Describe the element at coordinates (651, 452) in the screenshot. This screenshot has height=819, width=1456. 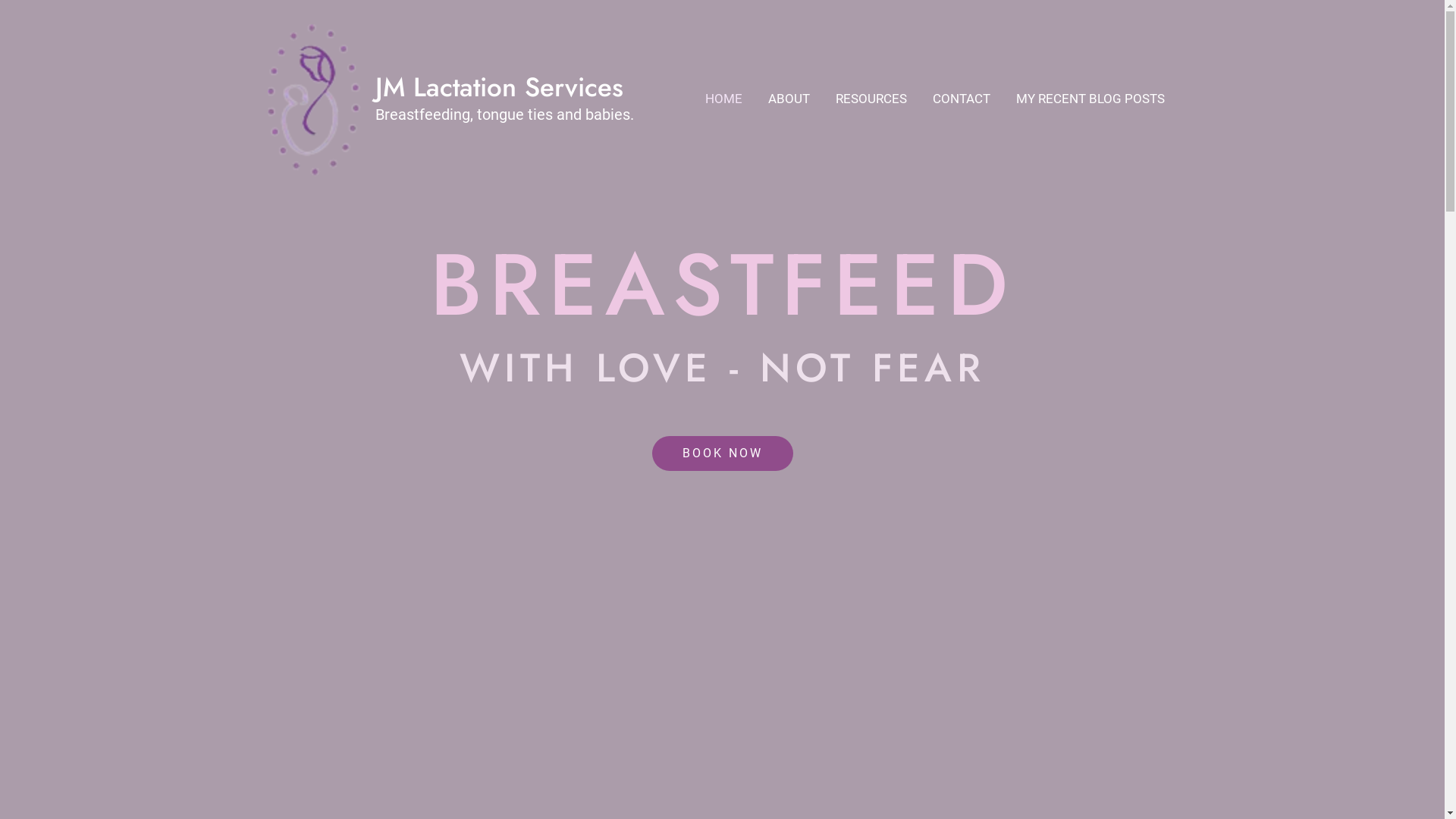
I see `'BOOK NOW'` at that location.